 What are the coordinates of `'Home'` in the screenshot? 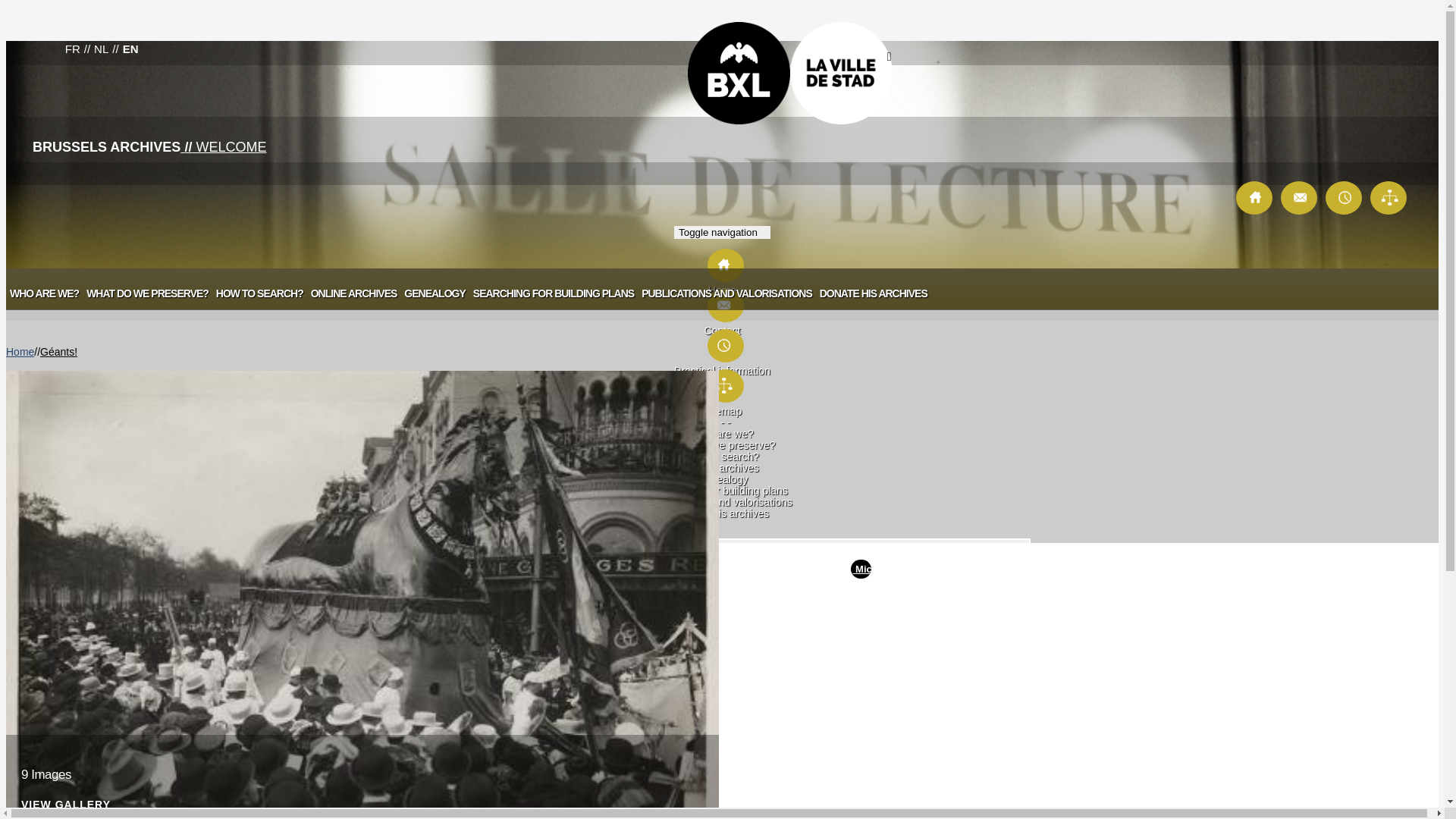 It's located at (20, 351).